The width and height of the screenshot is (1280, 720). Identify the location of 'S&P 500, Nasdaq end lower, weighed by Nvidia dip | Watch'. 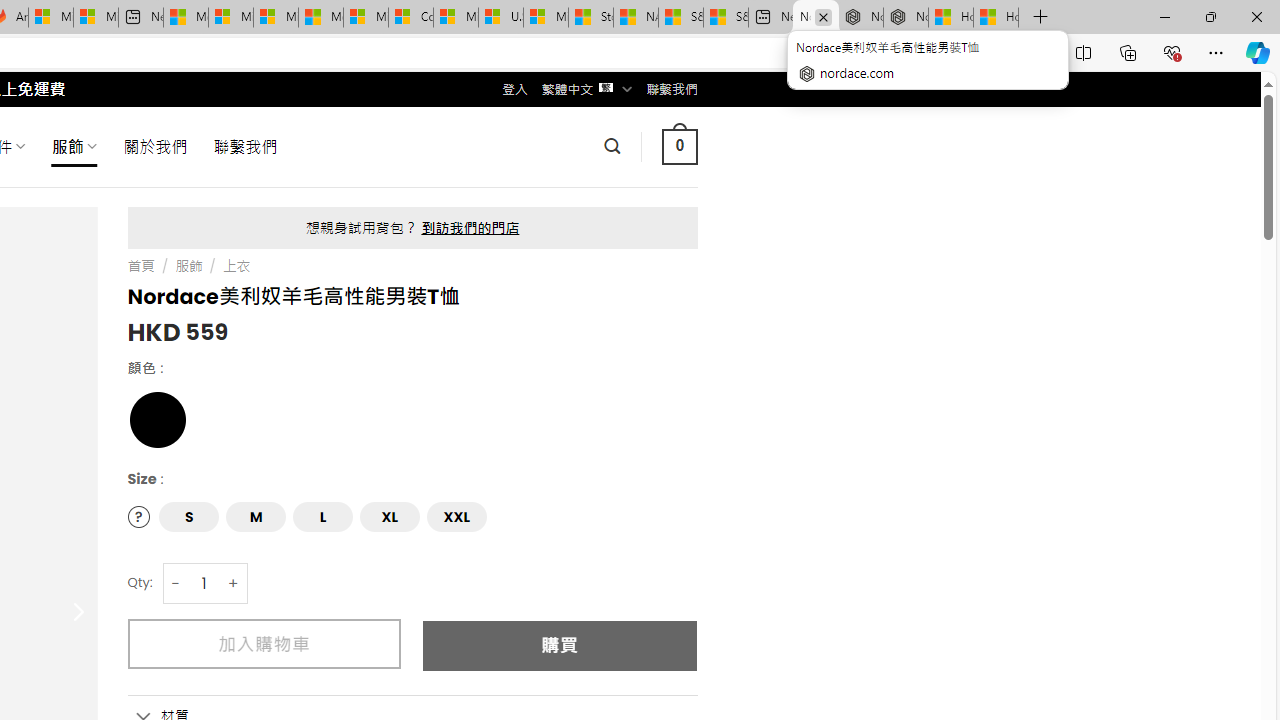
(724, 17).